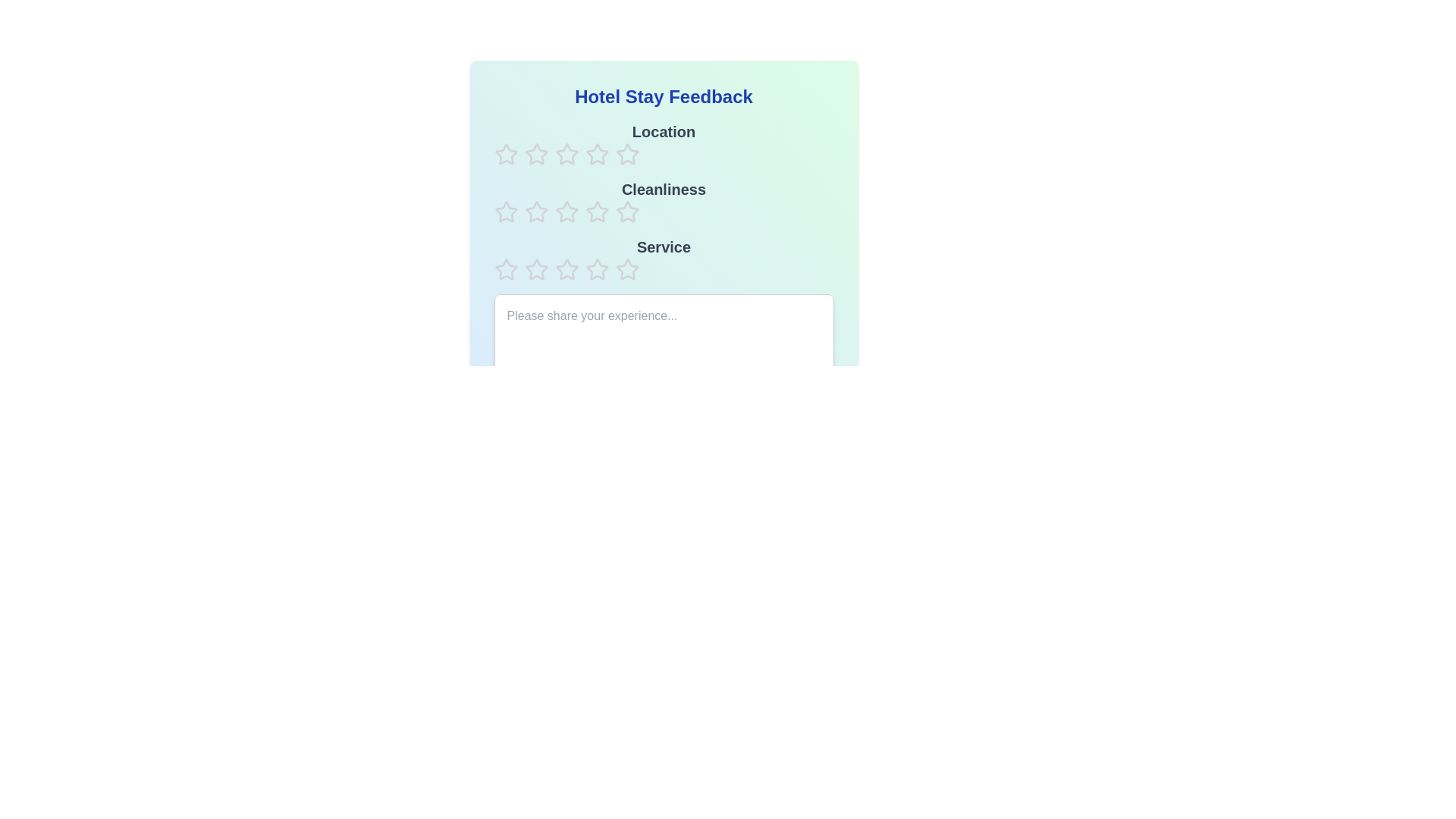 This screenshot has height=819, width=1456. What do you see at coordinates (535, 211) in the screenshot?
I see `the second star in the 'Cleanliness' section of the feedback form to assign a two-star rating` at bounding box center [535, 211].